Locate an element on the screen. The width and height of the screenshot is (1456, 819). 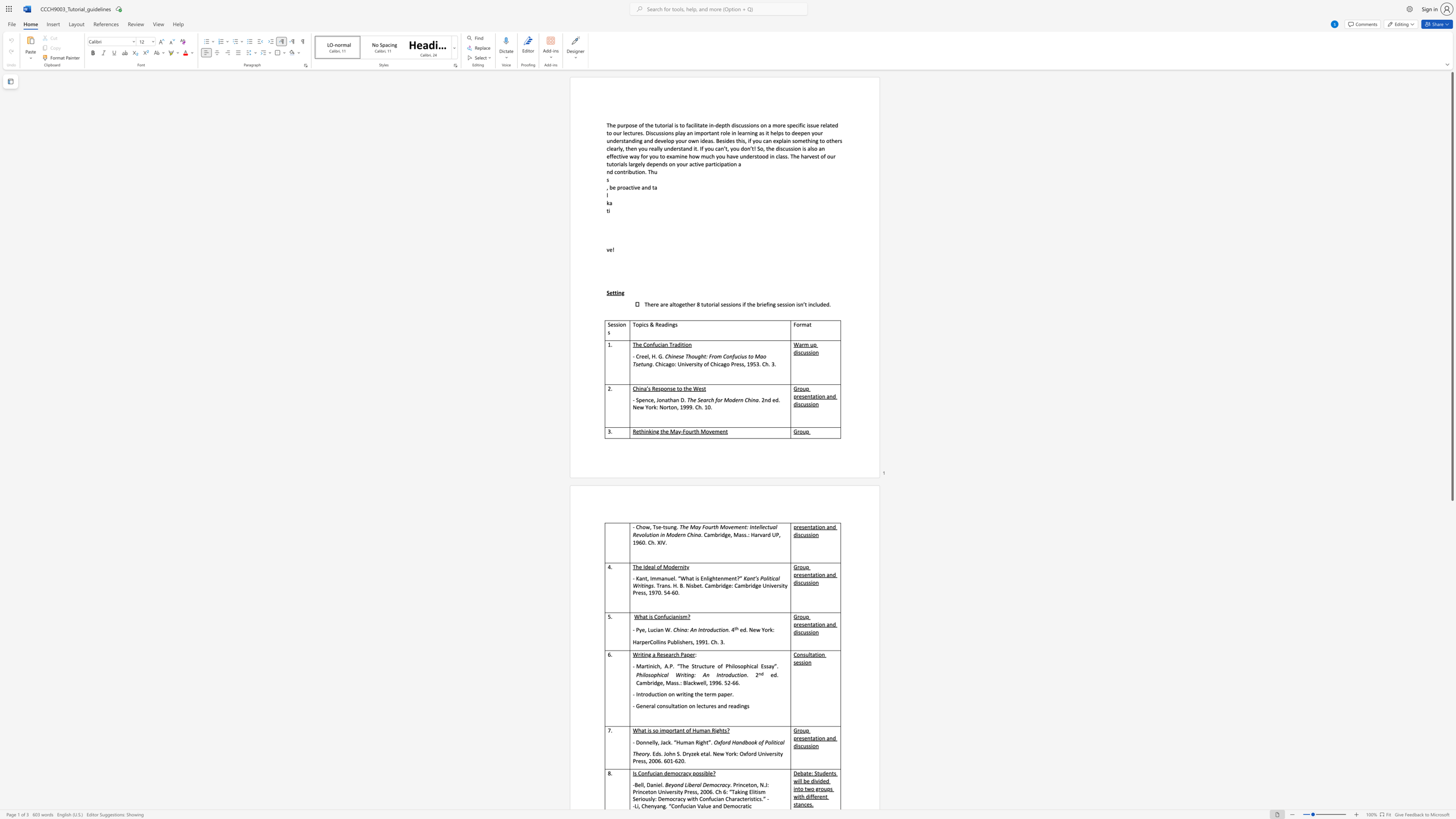
the page's right scrollbar for downward movement is located at coordinates (1451, 727).